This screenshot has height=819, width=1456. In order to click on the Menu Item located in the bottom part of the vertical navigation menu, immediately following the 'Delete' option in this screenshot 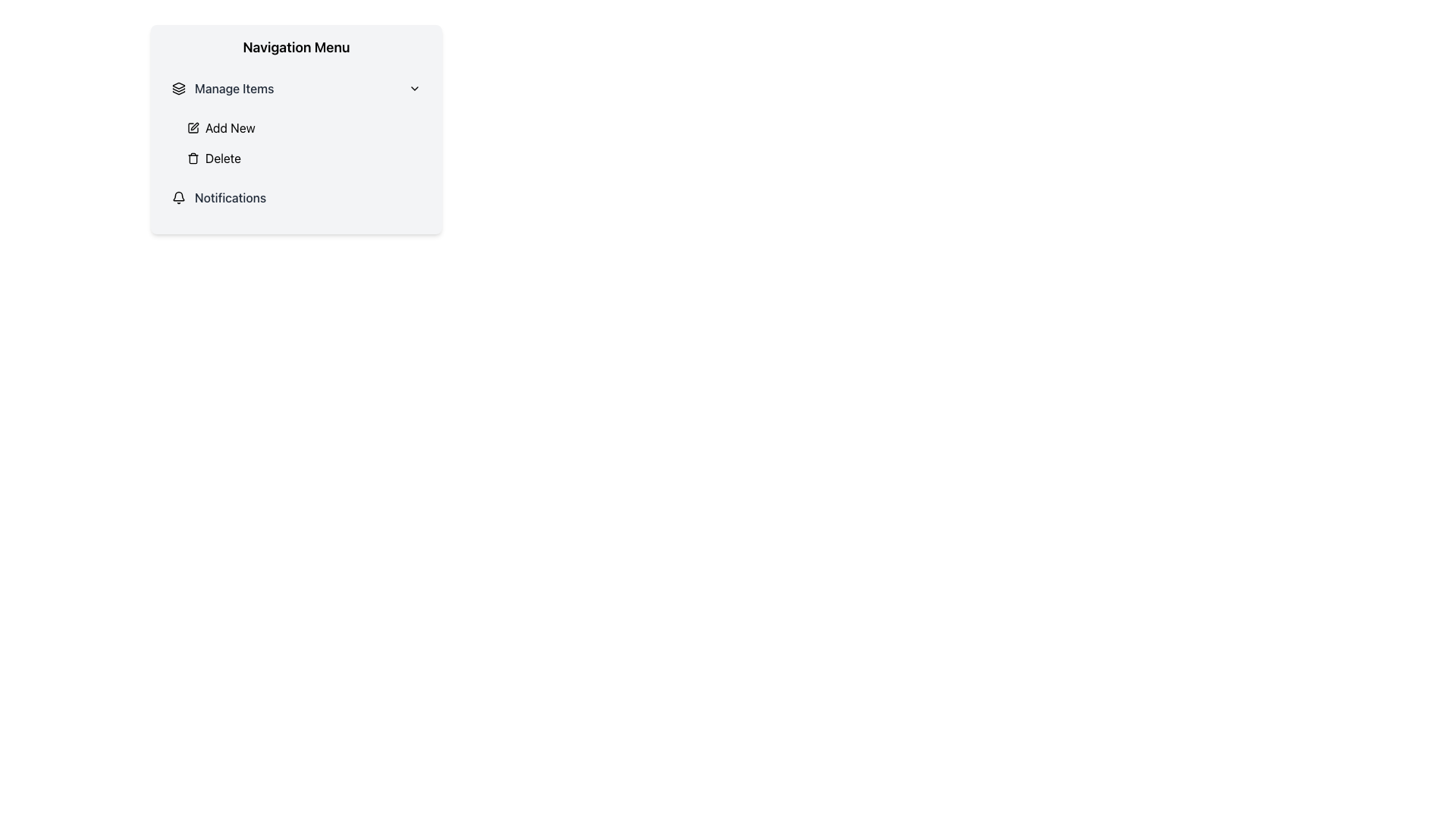, I will do `click(296, 197)`.